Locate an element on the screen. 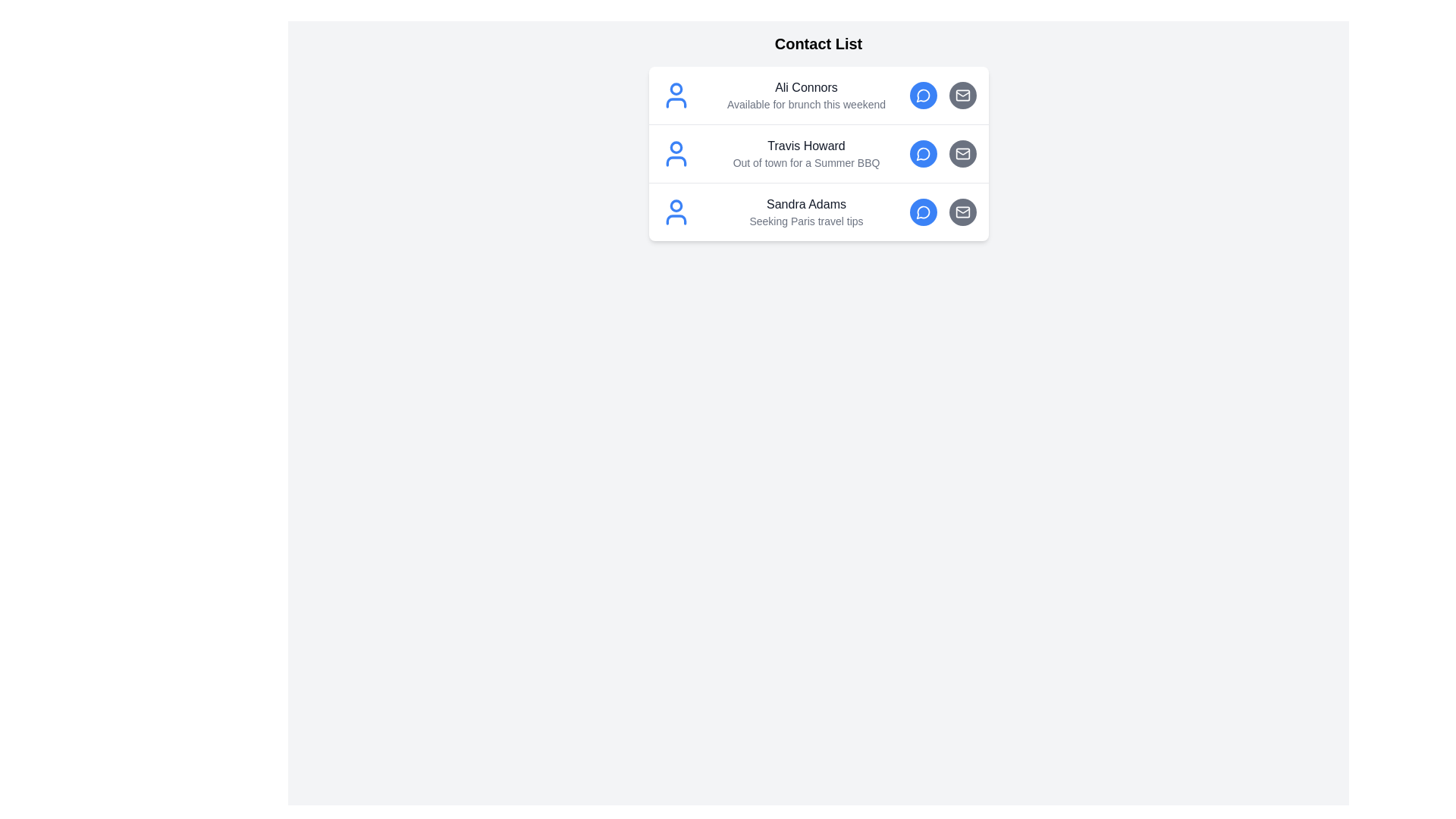 The height and width of the screenshot is (819, 1456). the text label displaying 'Sandra Adams' is located at coordinates (805, 205).